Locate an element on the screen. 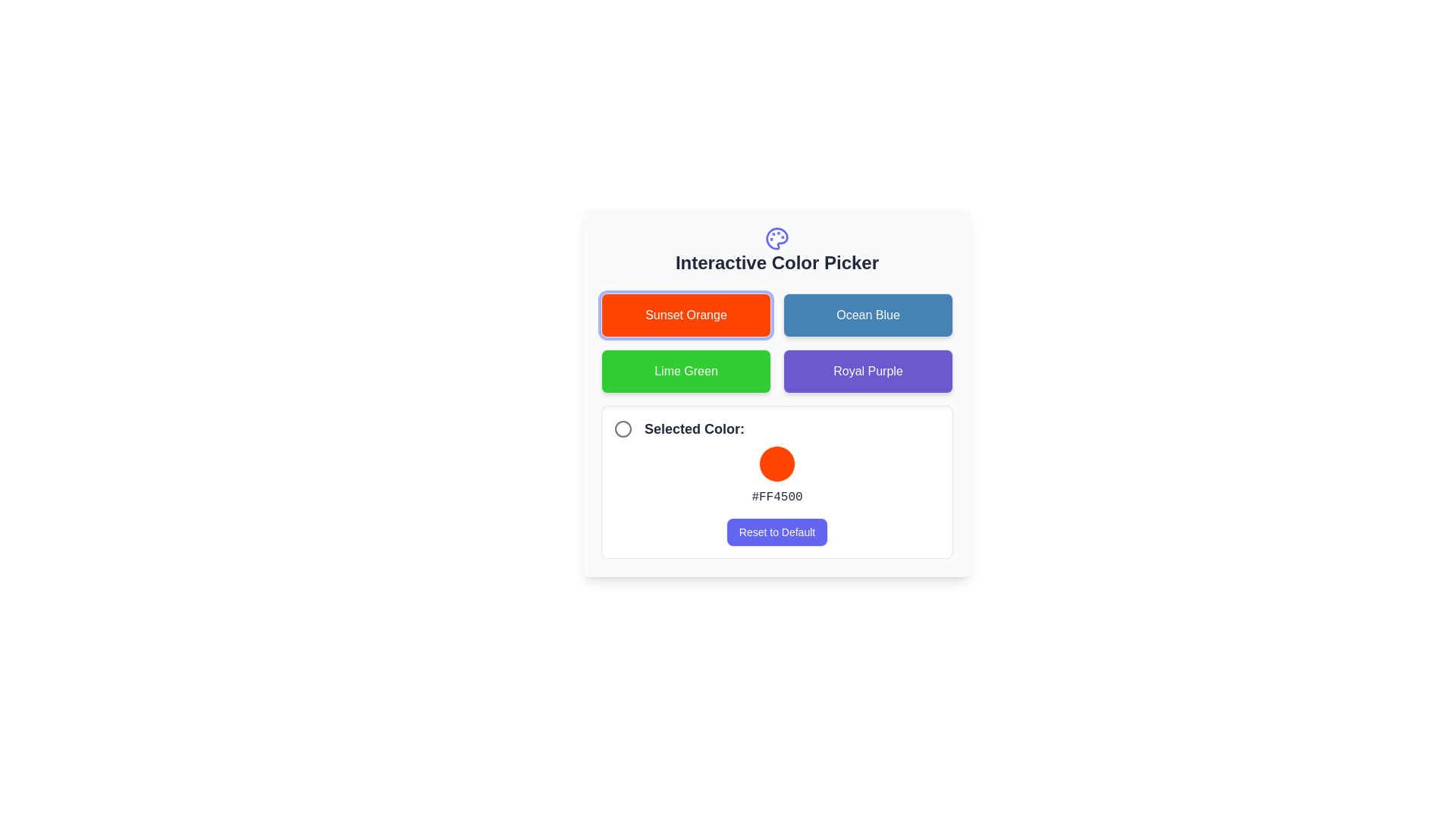 The width and height of the screenshot is (1456, 819). the Header element that introduces the Interactive Color Picker feature, positioned at the top of the interface is located at coordinates (777, 250).